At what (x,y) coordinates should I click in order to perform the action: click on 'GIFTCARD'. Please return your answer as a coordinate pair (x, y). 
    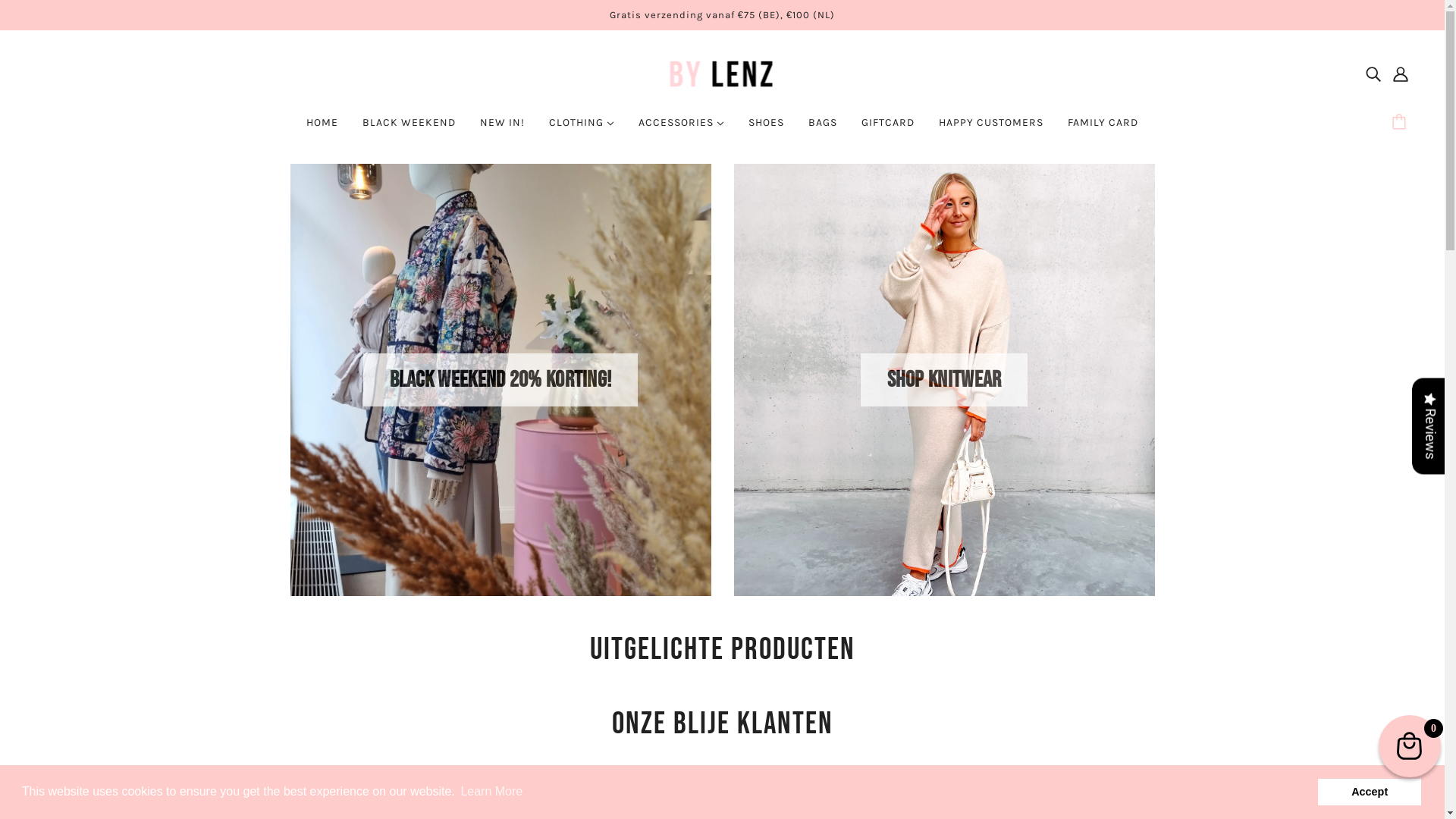
    Looking at the image, I should click on (888, 127).